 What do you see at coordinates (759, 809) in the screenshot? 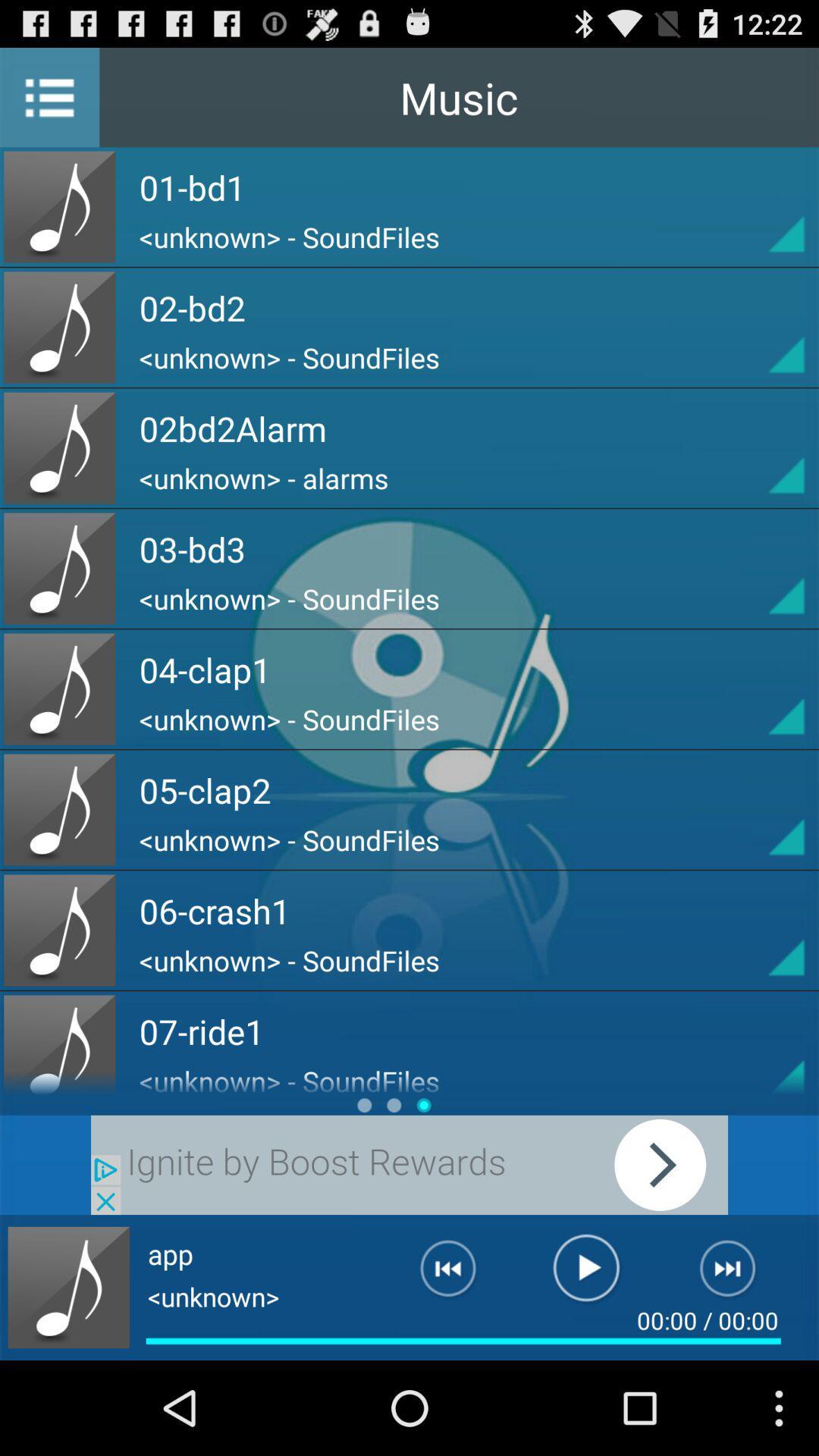
I see `song setting option` at bounding box center [759, 809].